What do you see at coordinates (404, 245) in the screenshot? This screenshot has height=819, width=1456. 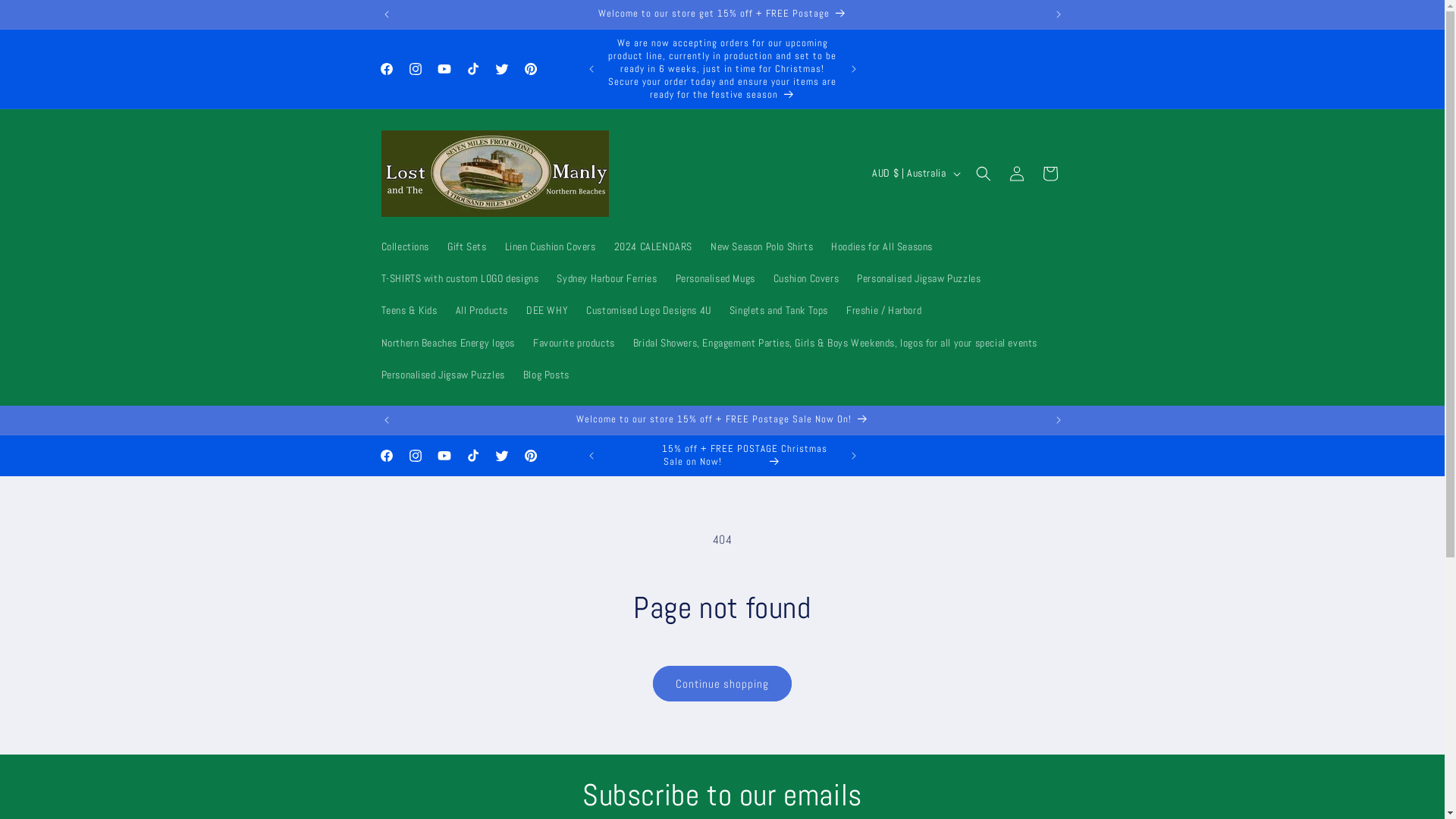 I see `'Collections'` at bounding box center [404, 245].